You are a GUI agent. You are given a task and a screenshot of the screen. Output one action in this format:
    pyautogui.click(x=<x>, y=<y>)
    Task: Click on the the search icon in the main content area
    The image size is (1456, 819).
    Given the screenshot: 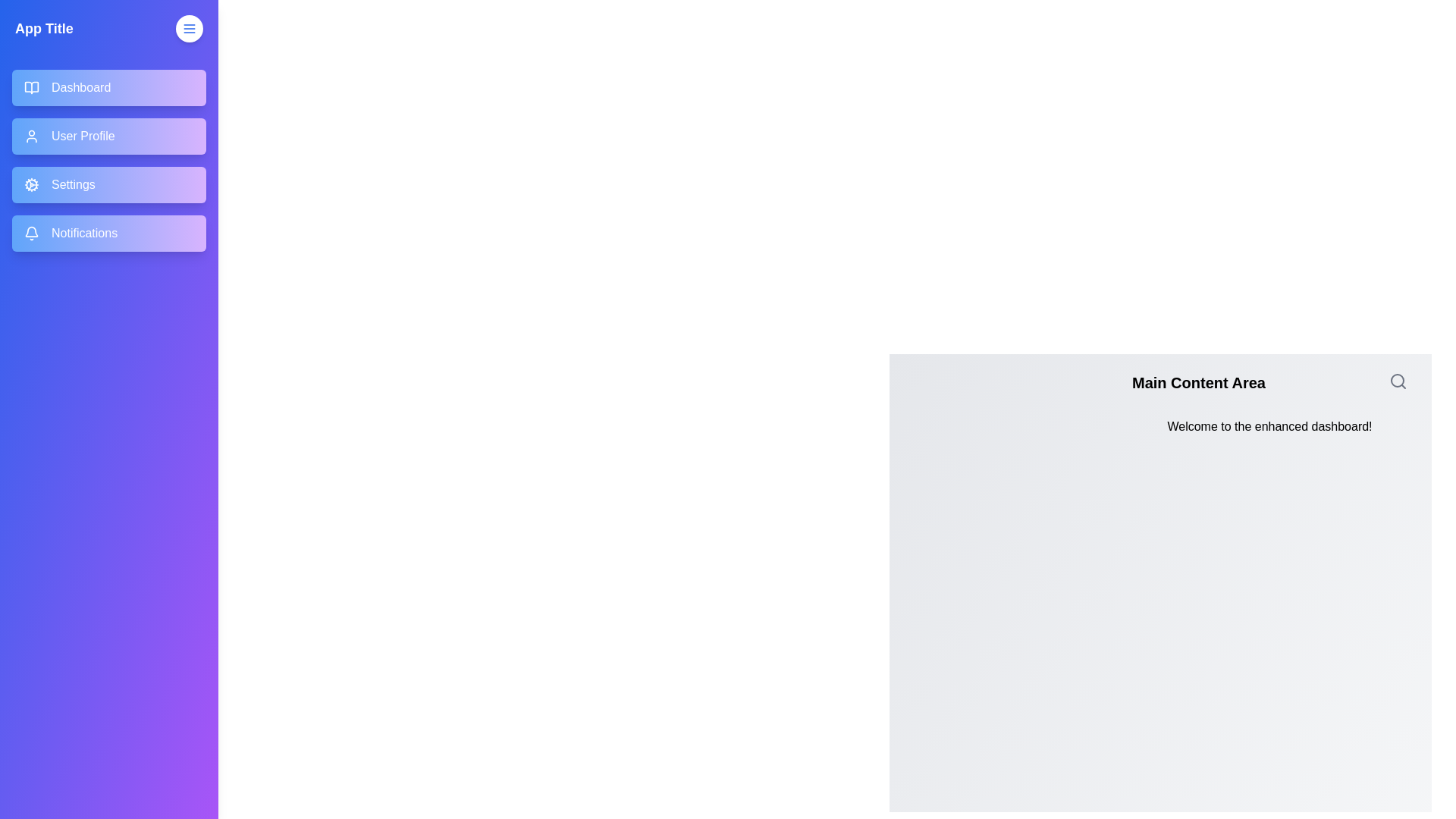 What is the action you would take?
    pyautogui.click(x=1397, y=380)
    